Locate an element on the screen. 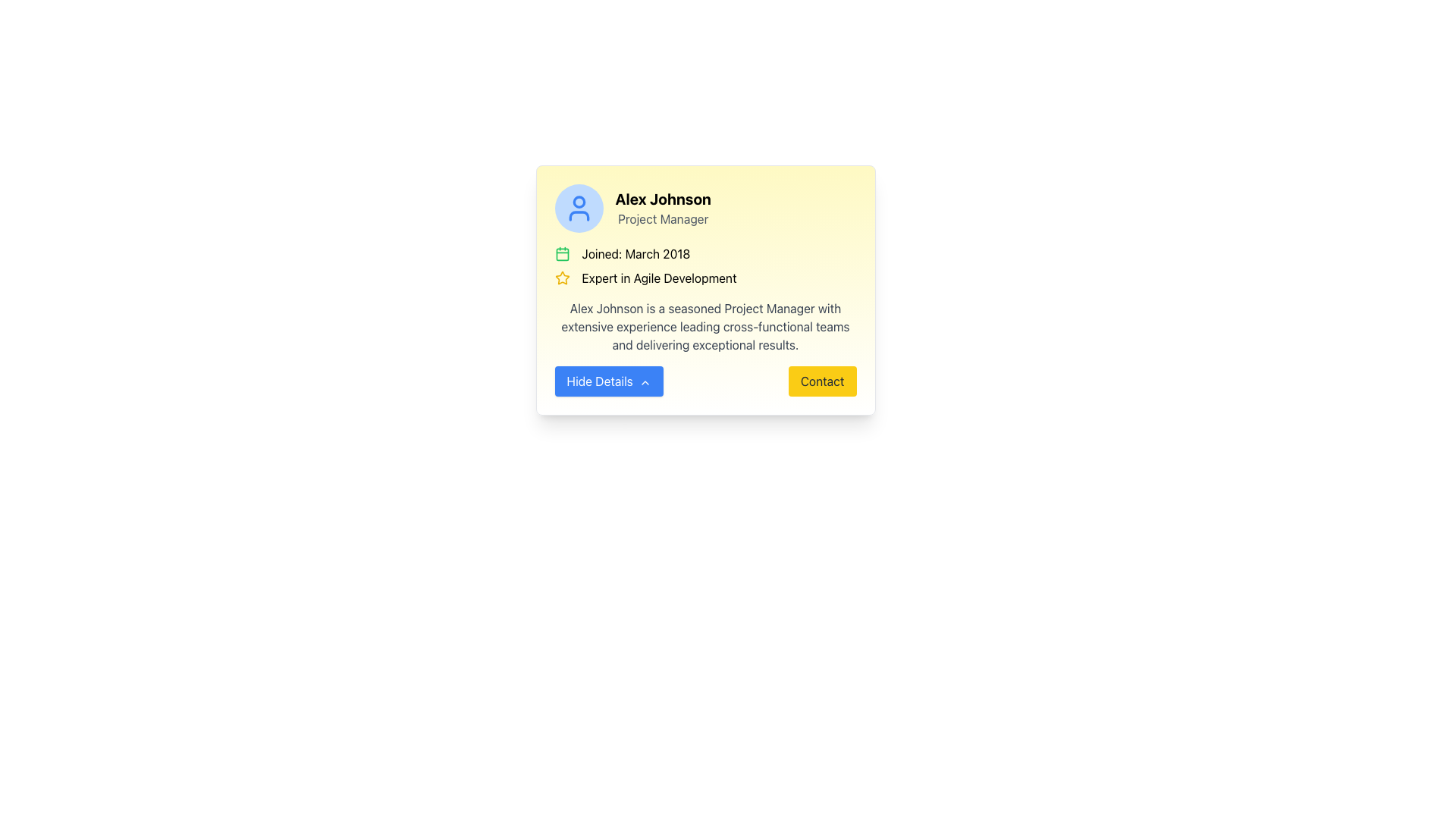 Image resolution: width=1456 pixels, height=819 pixels. the small green calendar icon located to the immediate left of the text 'Joined: March 2018' is located at coordinates (561, 253).